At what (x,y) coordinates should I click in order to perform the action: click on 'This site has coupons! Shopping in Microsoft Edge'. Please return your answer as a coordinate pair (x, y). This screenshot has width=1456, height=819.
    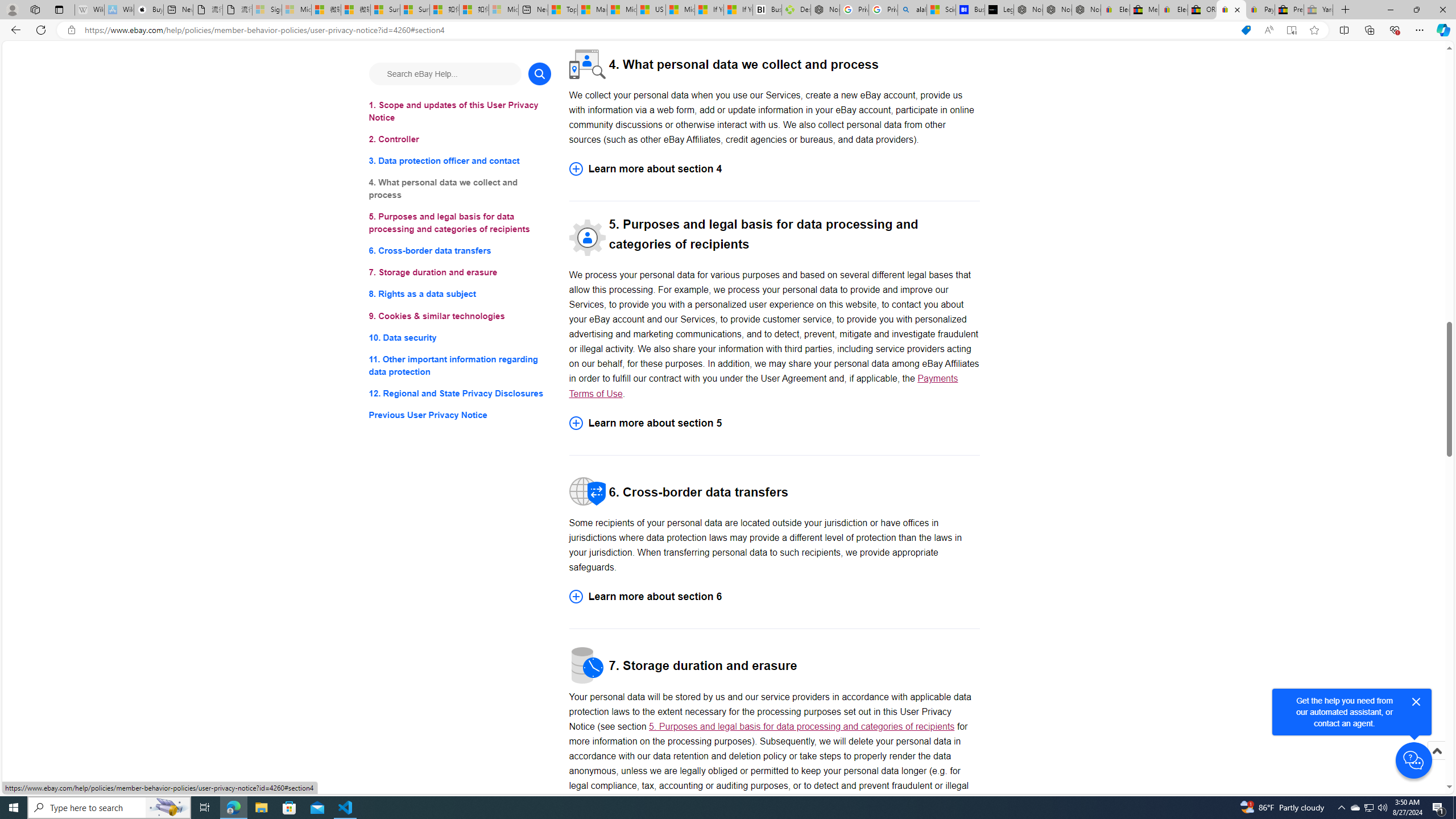
    Looking at the image, I should click on (1246, 30).